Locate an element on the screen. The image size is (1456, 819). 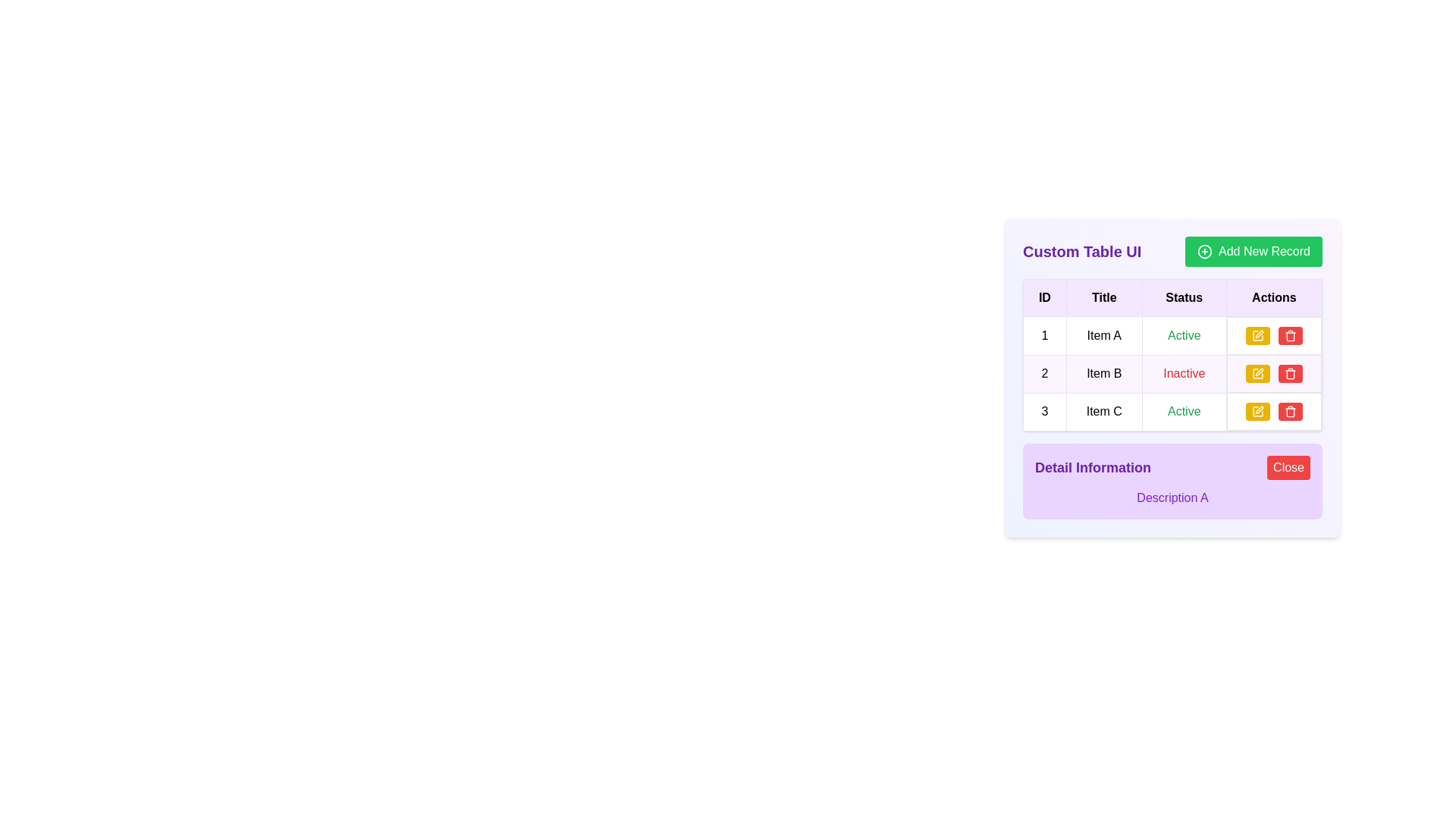
the text label labeled 'Item B' in the second row of the table under the 'Title' column is located at coordinates (1104, 374).